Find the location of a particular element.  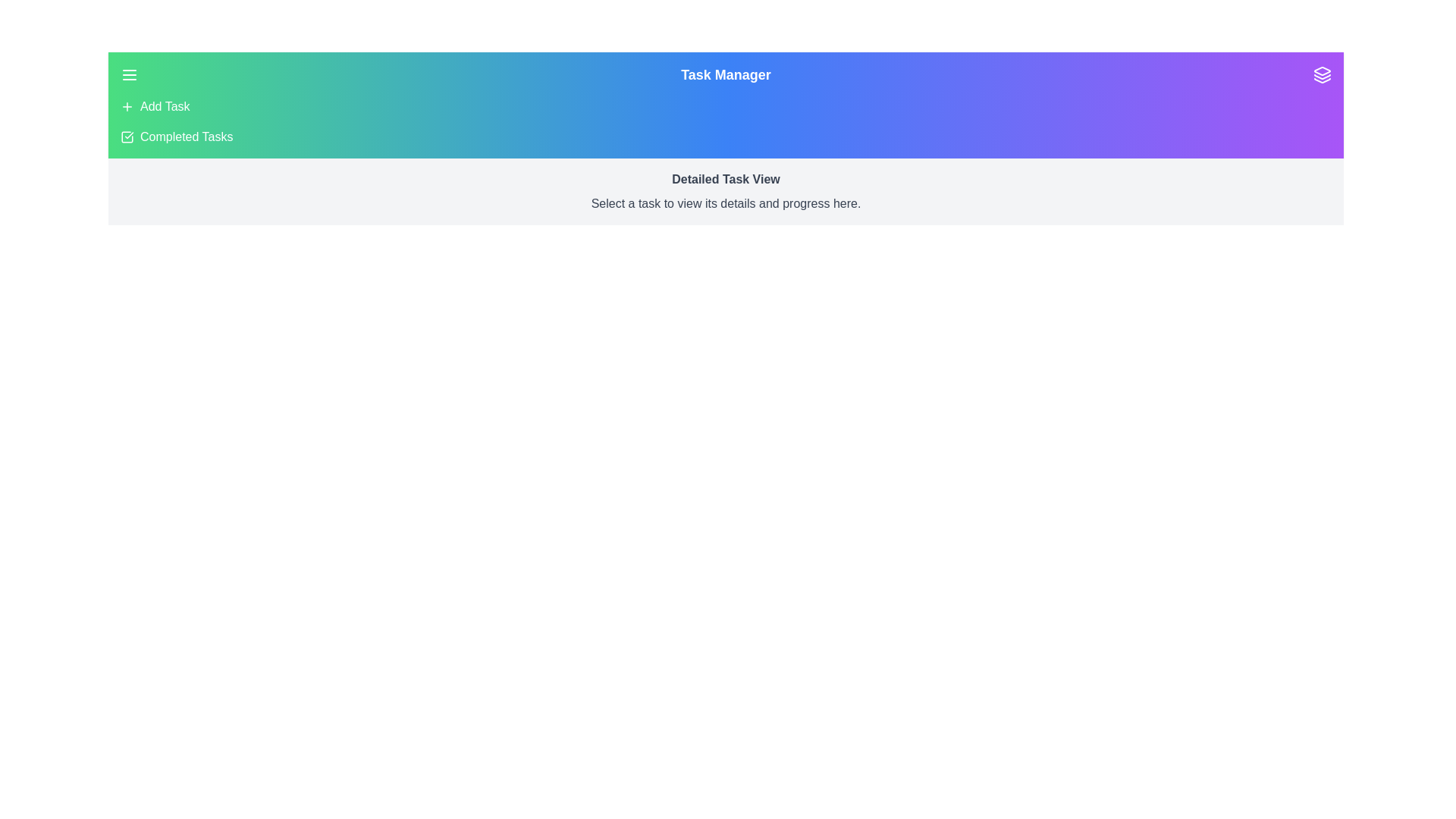

the 'Add Task' menu item to trigger the corresponding action is located at coordinates (127, 106).